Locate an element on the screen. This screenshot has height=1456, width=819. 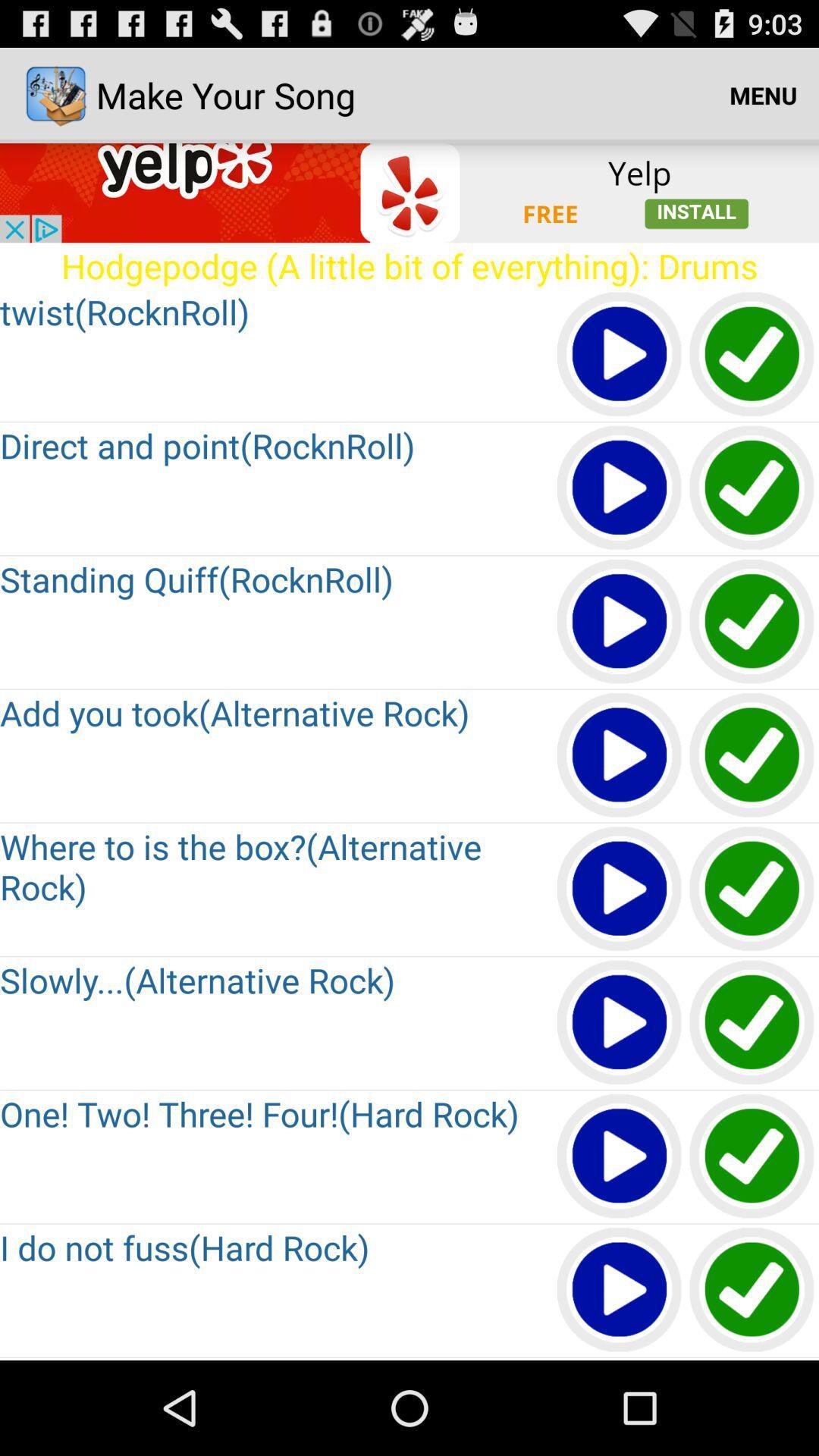
the music are reduce tension is located at coordinates (752, 1023).